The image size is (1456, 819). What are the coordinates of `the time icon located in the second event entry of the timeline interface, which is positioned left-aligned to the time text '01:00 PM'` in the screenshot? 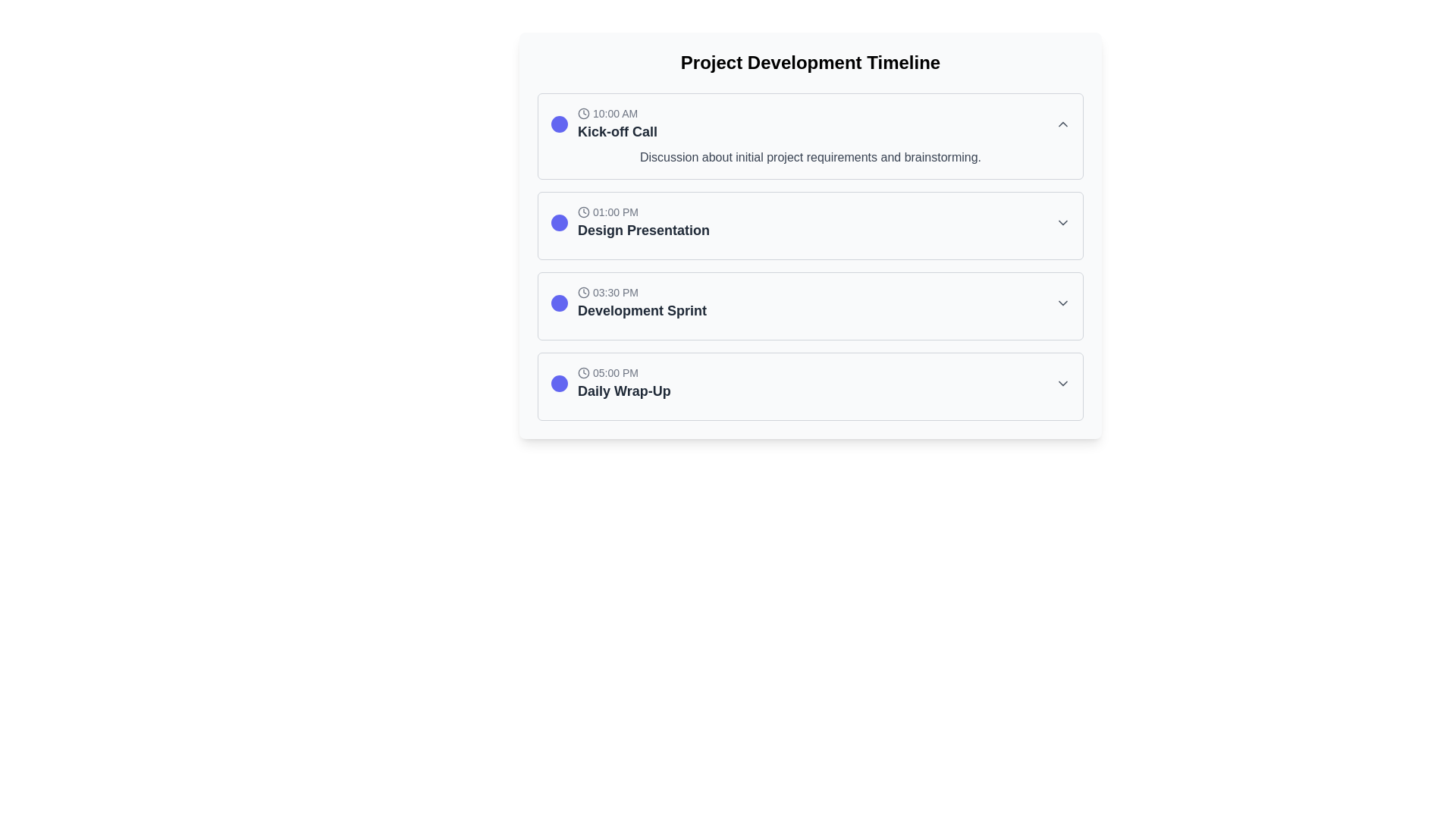 It's located at (582, 212).